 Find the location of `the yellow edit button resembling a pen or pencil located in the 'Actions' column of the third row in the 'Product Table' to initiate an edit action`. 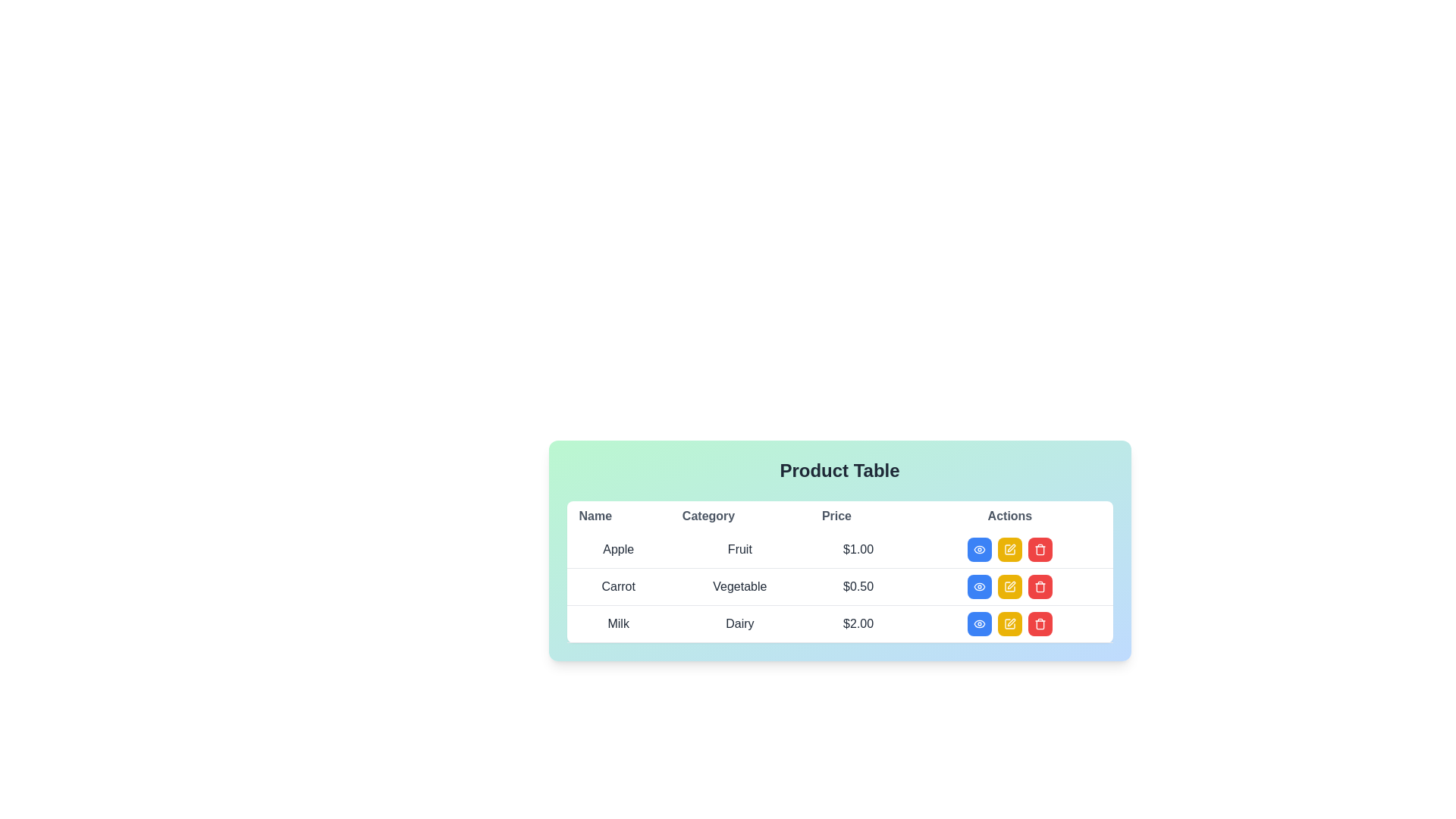

the yellow edit button resembling a pen or pencil located in the 'Actions' column of the third row in the 'Product Table' to initiate an edit action is located at coordinates (1009, 623).